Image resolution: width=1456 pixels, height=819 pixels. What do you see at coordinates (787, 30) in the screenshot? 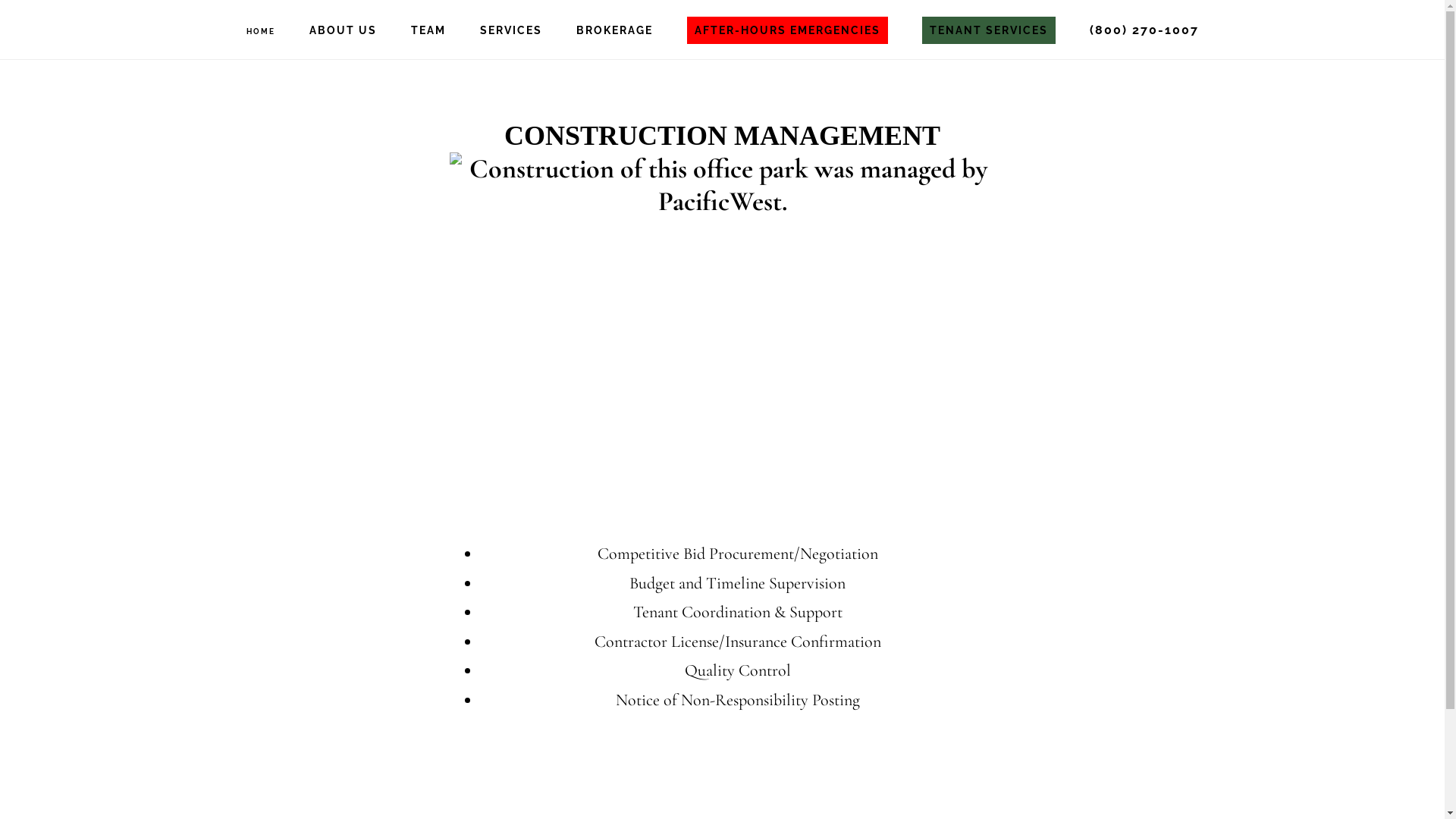
I see `'AFTER-HOURS EMERGENCIES'` at bounding box center [787, 30].